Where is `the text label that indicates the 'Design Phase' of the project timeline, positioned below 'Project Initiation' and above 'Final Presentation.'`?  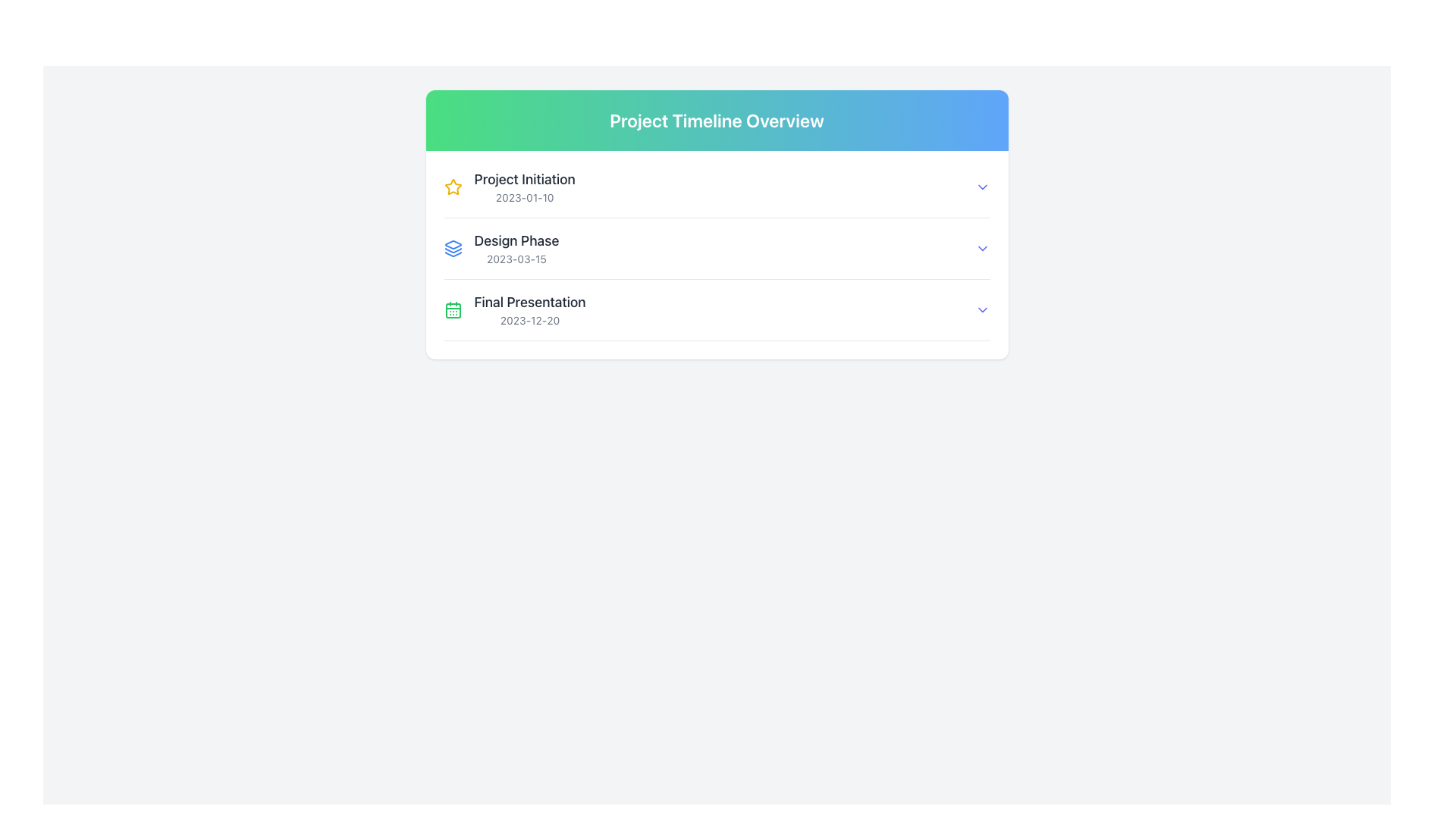 the text label that indicates the 'Design Phase' of the project timeline, positioned below 'Project Initiation' and above 'Final Presentation.' is located at coordinates (516, 240).